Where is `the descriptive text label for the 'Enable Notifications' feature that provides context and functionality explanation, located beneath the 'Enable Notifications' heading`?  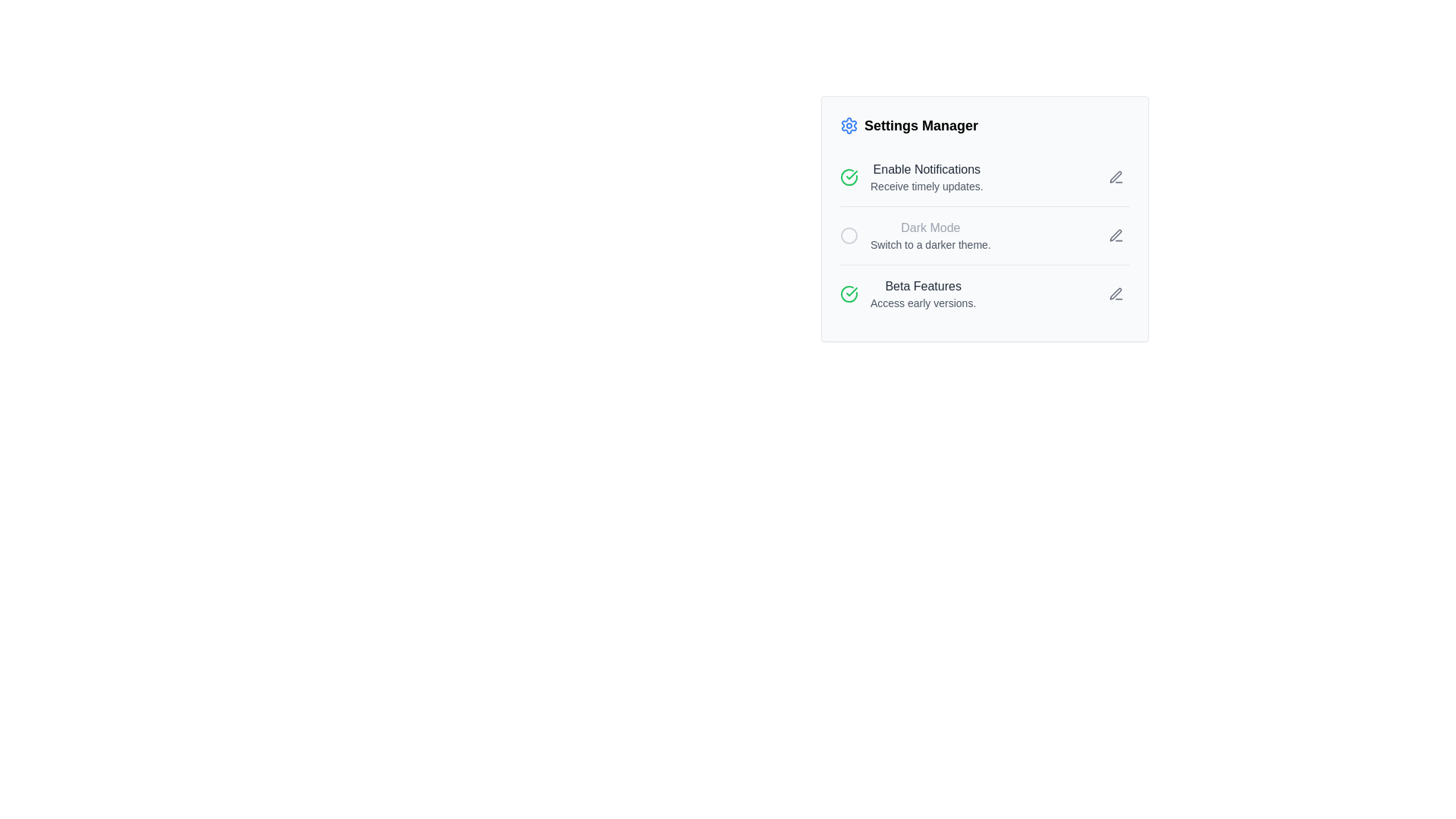
the descriptive text label for the 'Enable Notifications' feature that provides context and functionality explanation, located beneath the 'Enable Notifications' heading is located at coordinates (926, 186).